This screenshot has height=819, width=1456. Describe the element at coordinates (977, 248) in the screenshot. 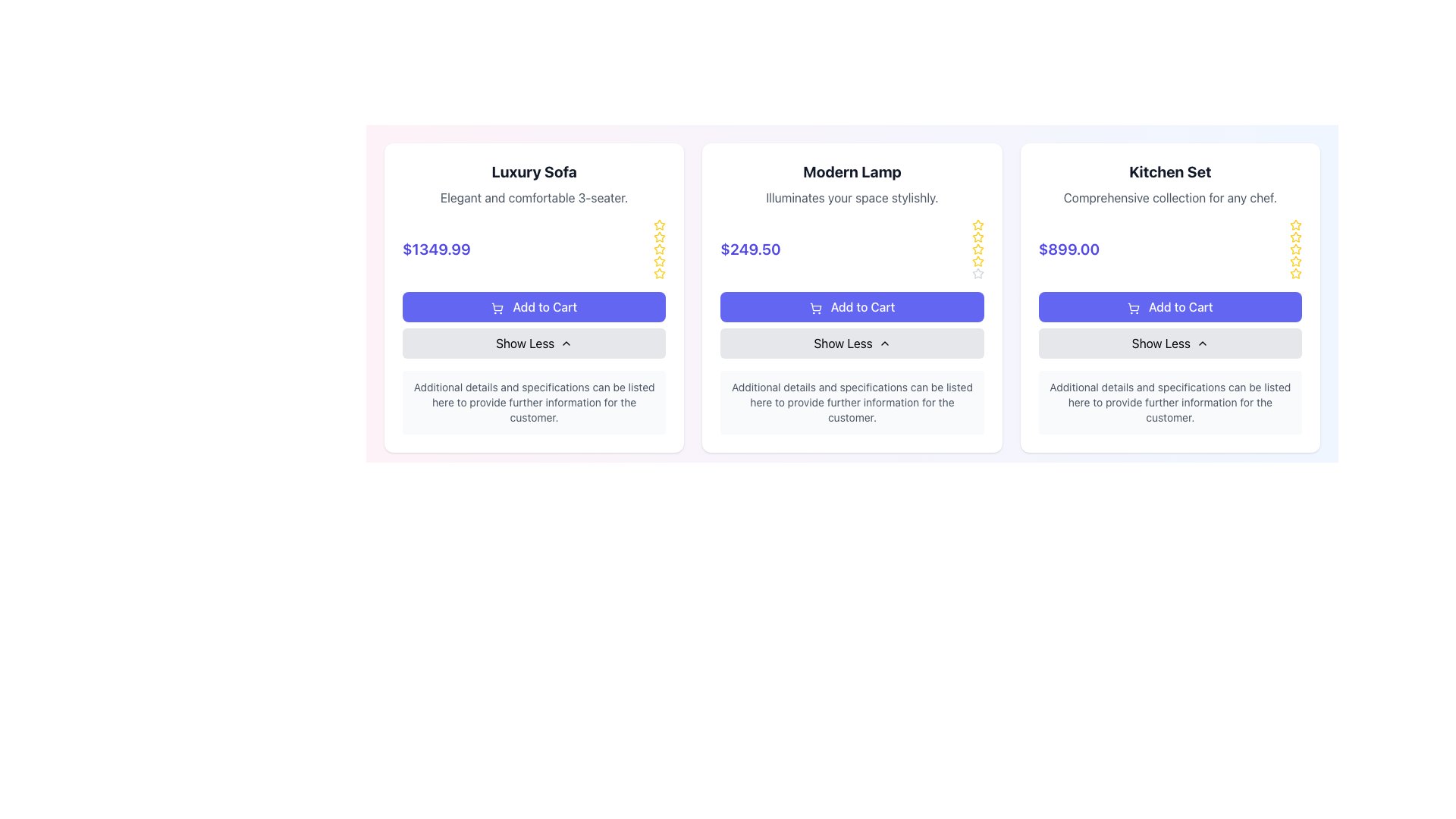

I see `the fifth star in the rating row located to the right of the product title 'Modern Lamp' in the central card of the interface` at that location.